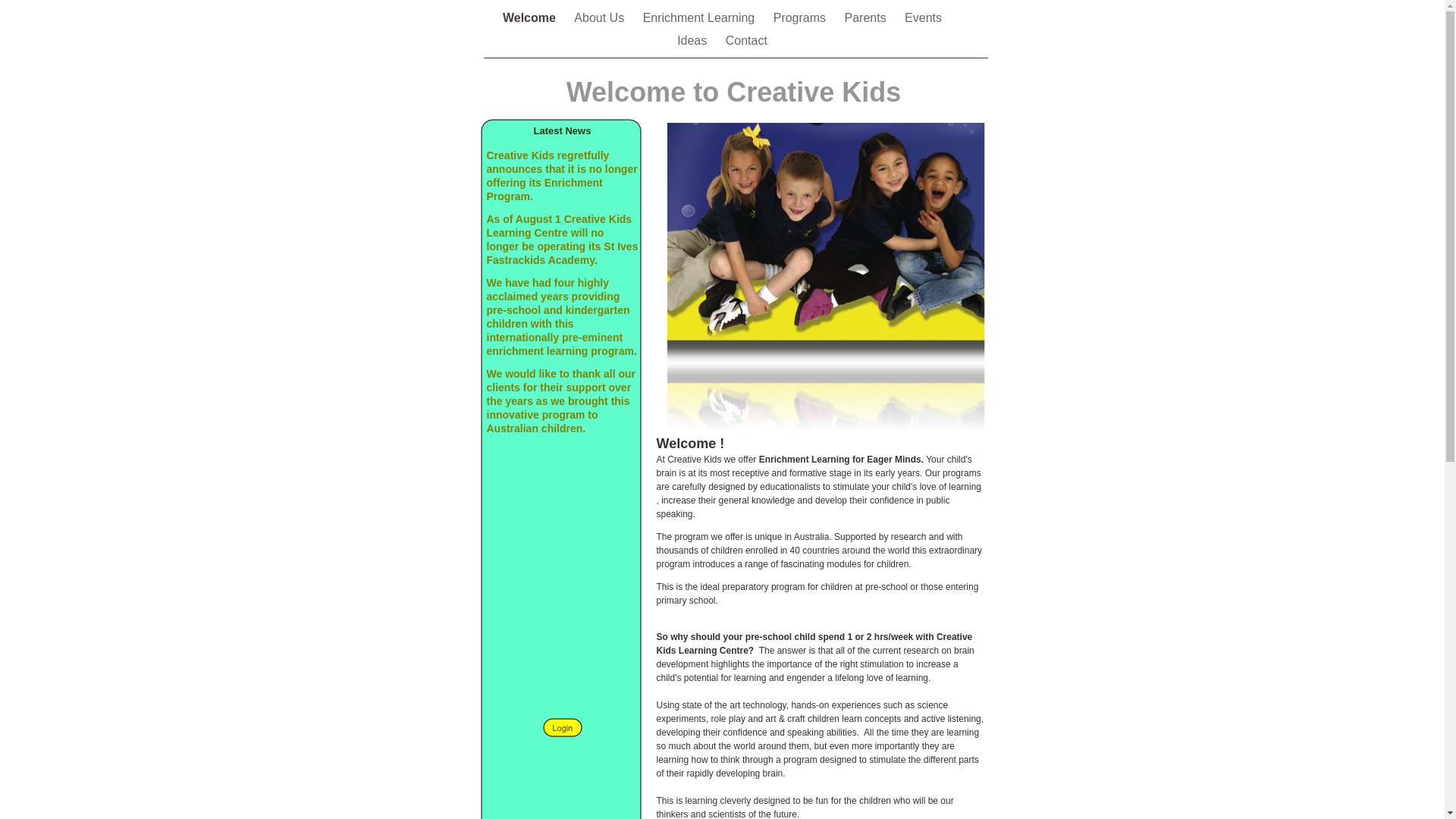  What do you see at coordinates (693, 39) in the screenshot?
I see `'Ideas'` at bounding box center [693, 39].